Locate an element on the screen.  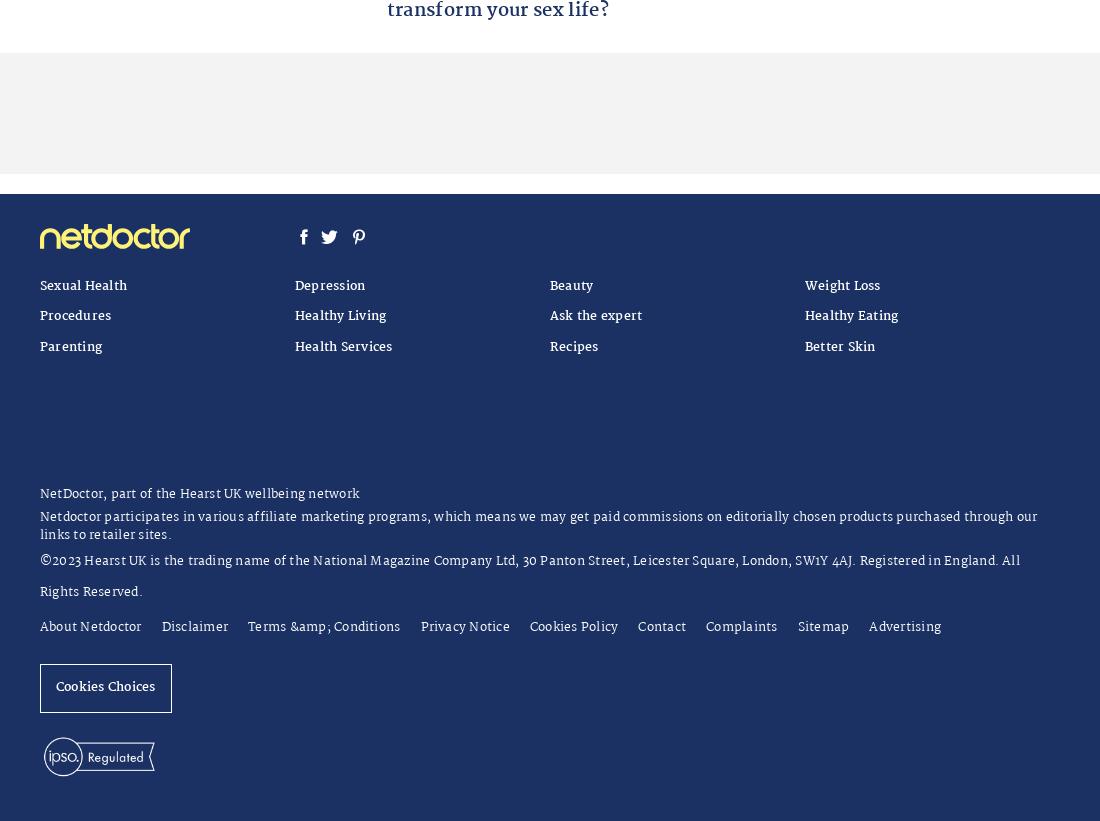
'Sexual Health' is located at coordinates (83, 284).